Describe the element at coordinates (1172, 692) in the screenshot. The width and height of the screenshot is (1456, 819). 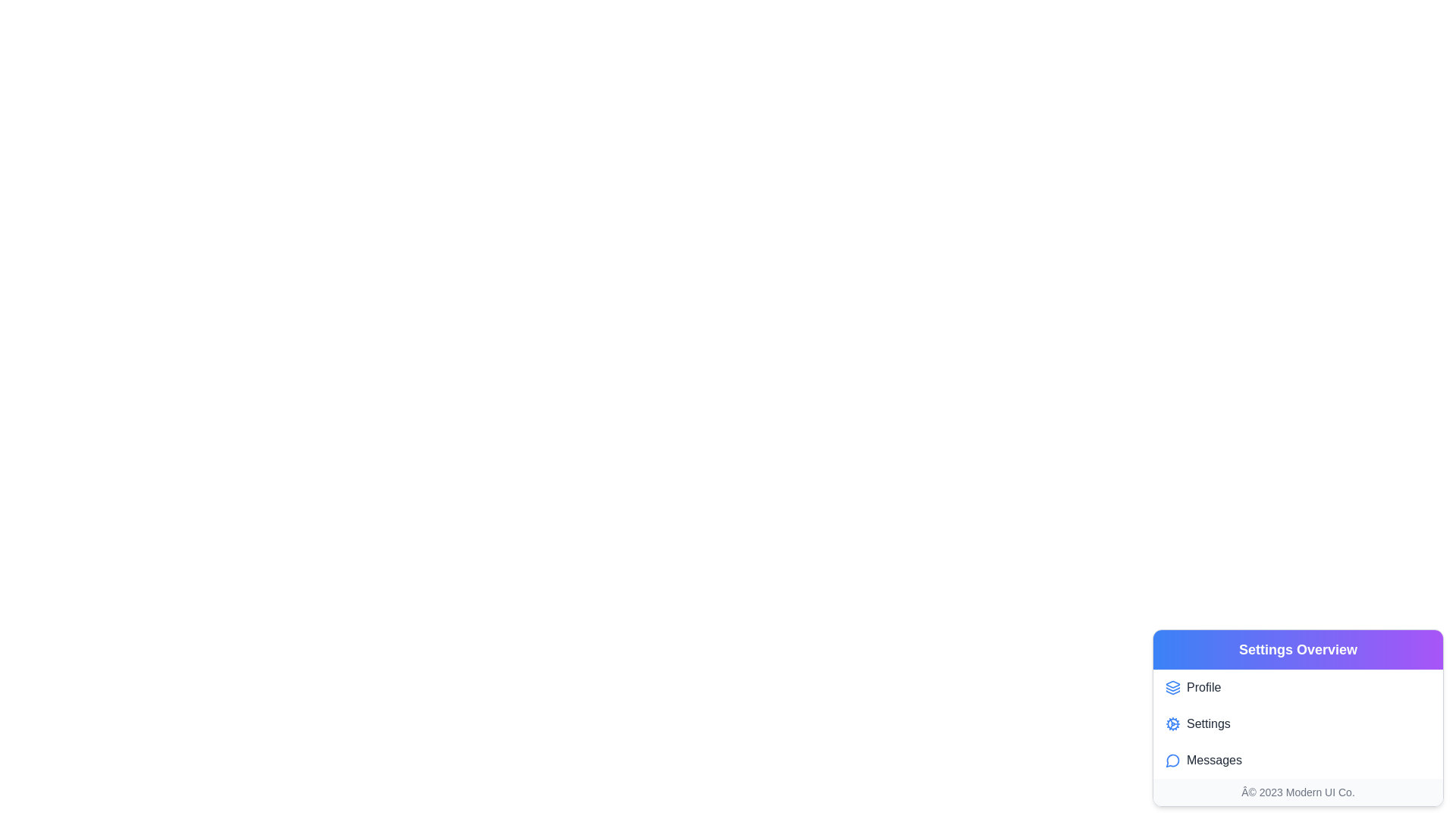
I see `the decorative vector graphic with a triangular shape and curved edges, styled in hollow form, located in the 'Profile' section of the 'Settings Overview' card` at that location.